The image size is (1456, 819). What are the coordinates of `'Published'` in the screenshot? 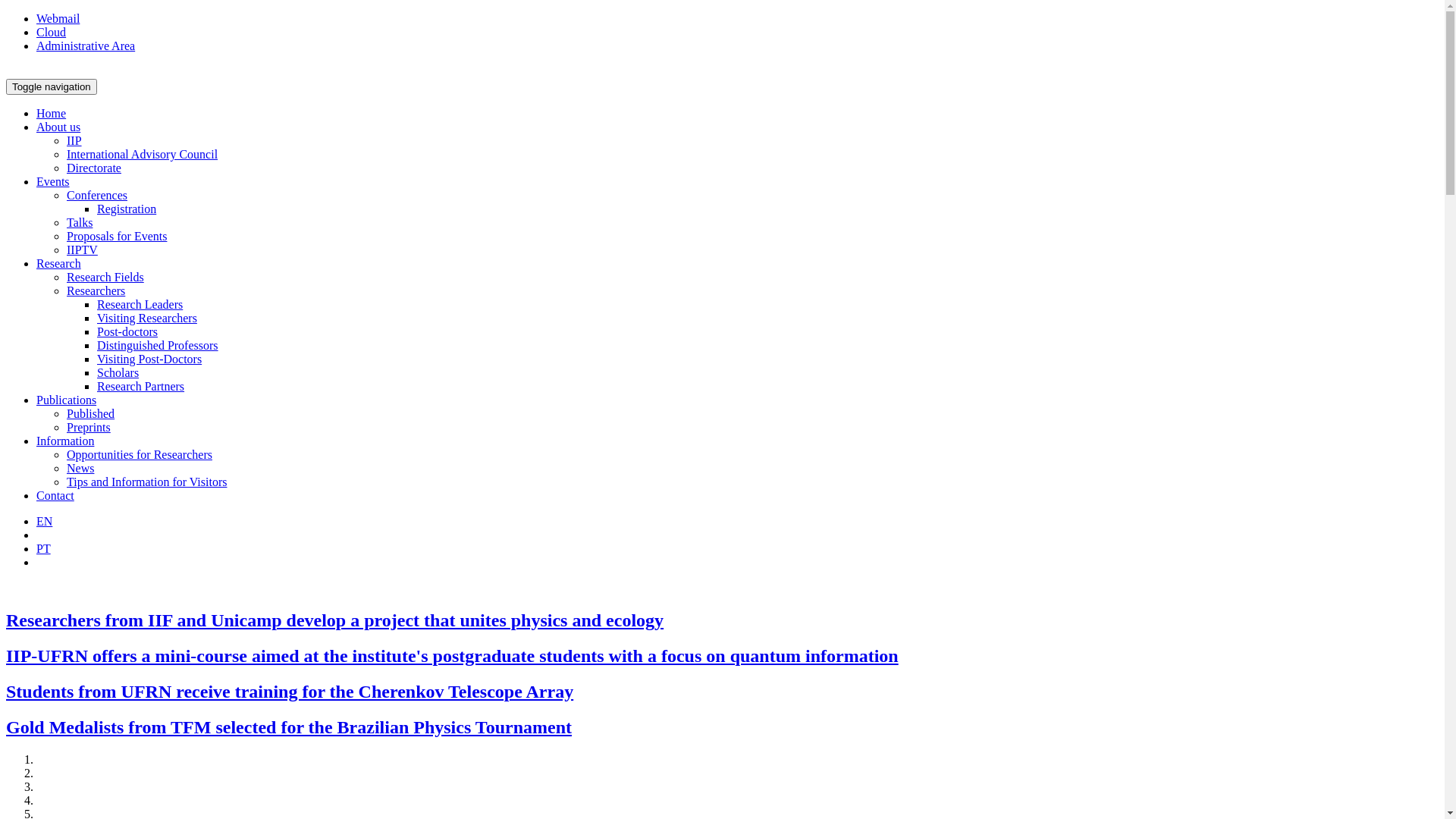 It's located at (65, 413).